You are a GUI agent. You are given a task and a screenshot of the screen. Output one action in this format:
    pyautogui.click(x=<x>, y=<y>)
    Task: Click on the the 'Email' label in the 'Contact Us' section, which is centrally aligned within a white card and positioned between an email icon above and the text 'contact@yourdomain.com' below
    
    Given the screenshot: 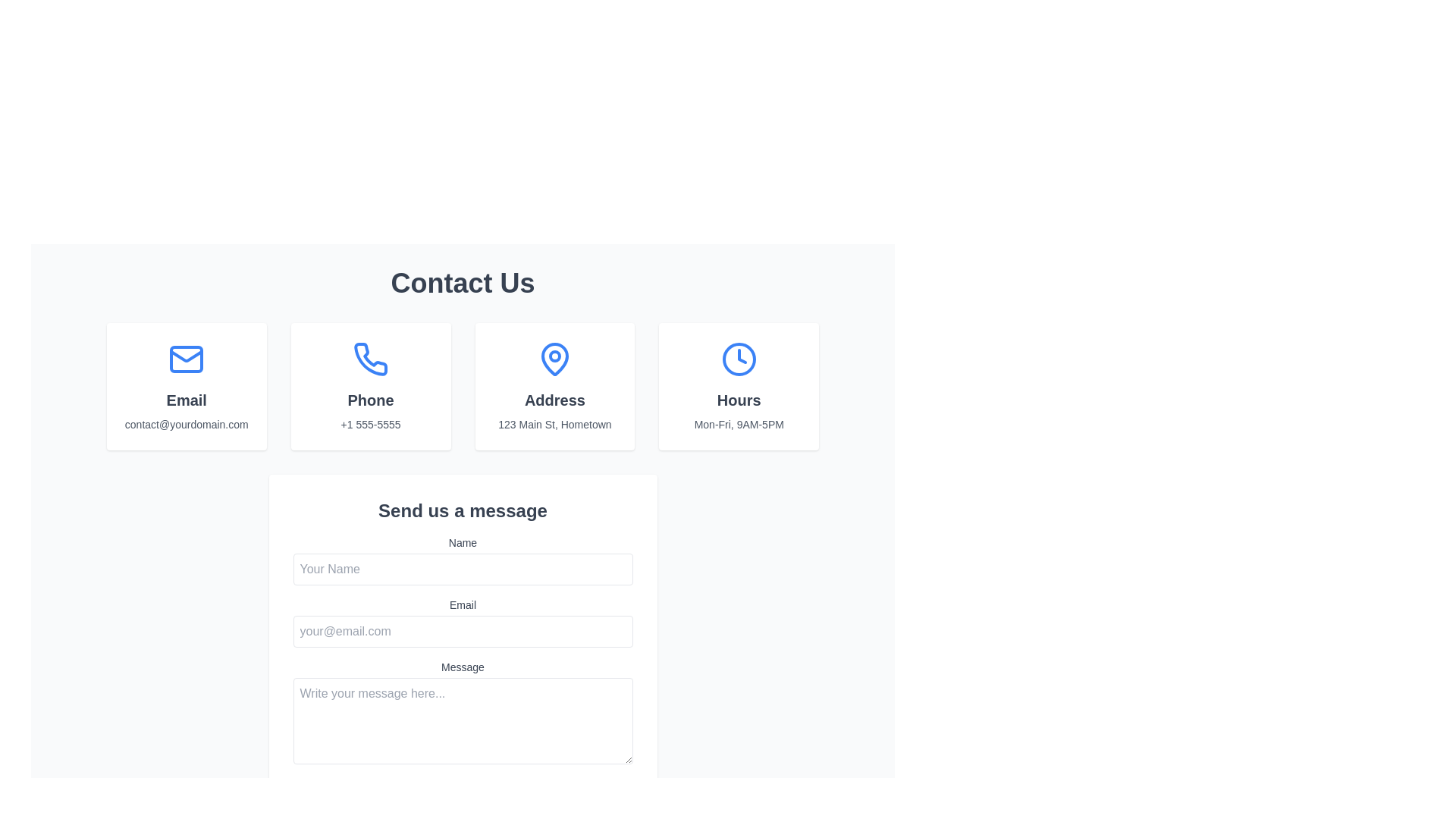 What is the action you would take?
    pyautogui.click(x=186, y=400)
    